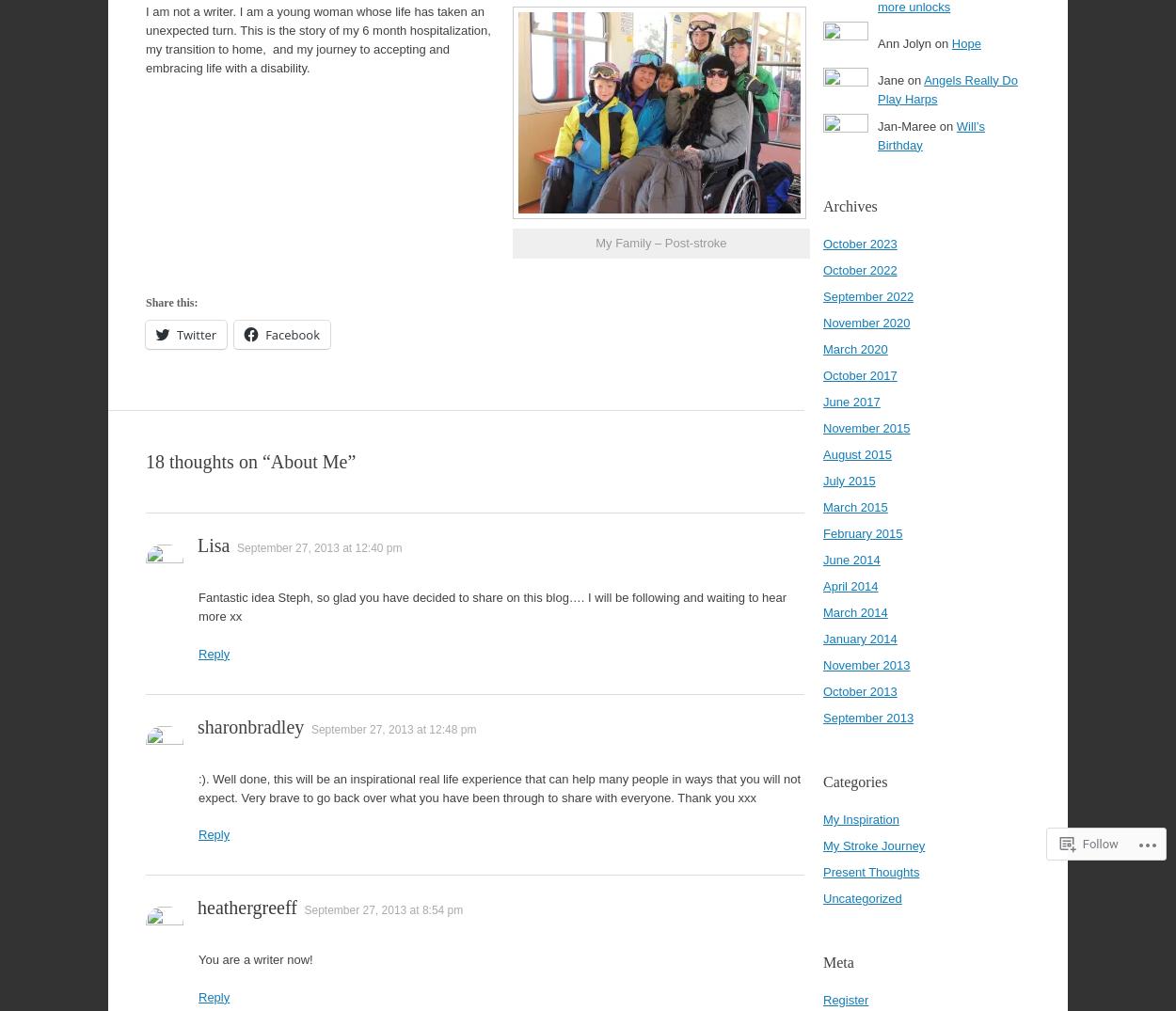 This screenshot has width=1176, height=1011. What do you see at coordinates (171, 300) in the screenshot?
I see `'Share this:'` at bounding box center [171, 300].